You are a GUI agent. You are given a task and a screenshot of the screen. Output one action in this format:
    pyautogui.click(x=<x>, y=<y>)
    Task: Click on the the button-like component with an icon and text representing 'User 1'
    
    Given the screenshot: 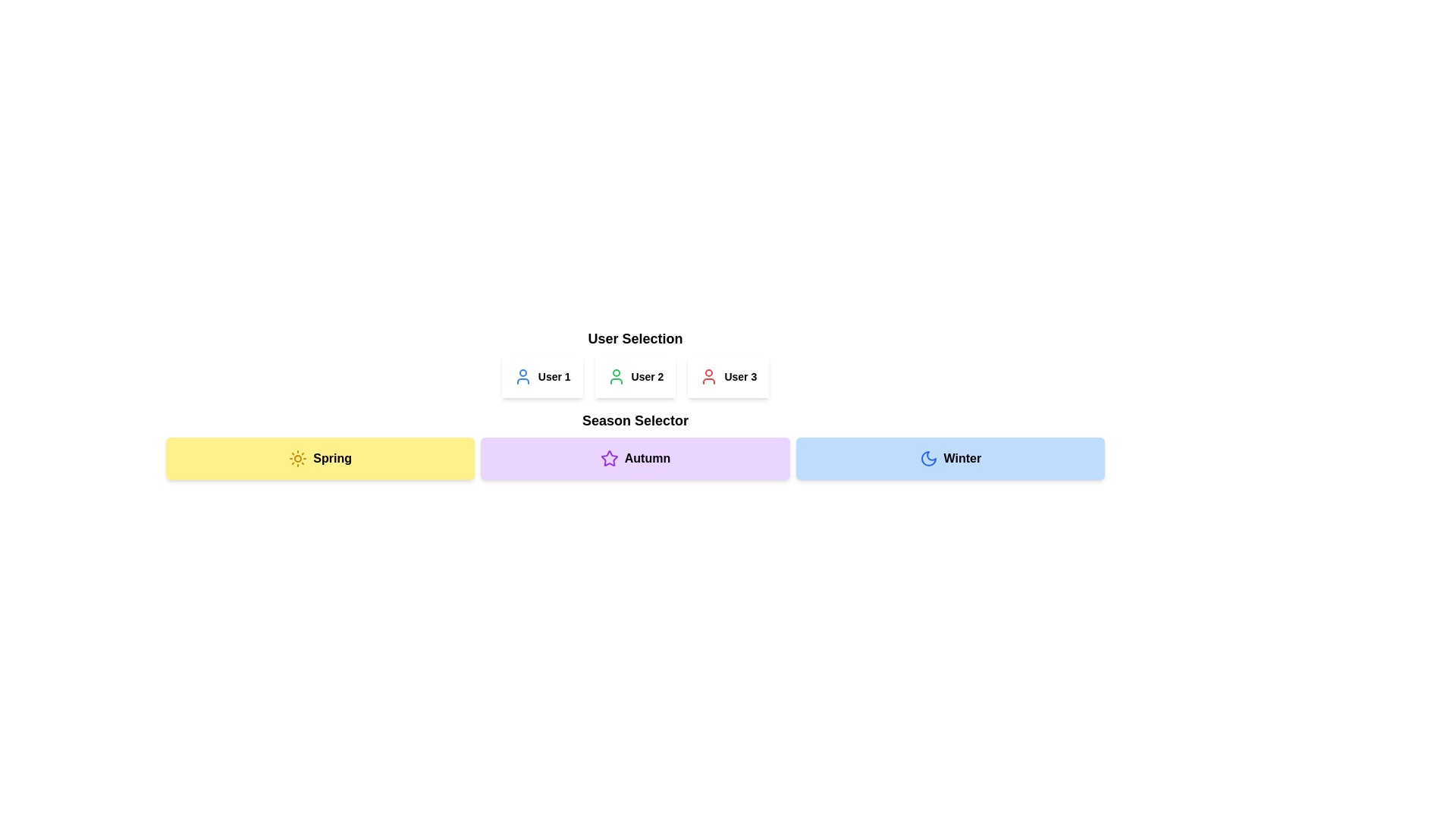 What is the action you would take?
    pyautogui.click(x=542, y=376)
    